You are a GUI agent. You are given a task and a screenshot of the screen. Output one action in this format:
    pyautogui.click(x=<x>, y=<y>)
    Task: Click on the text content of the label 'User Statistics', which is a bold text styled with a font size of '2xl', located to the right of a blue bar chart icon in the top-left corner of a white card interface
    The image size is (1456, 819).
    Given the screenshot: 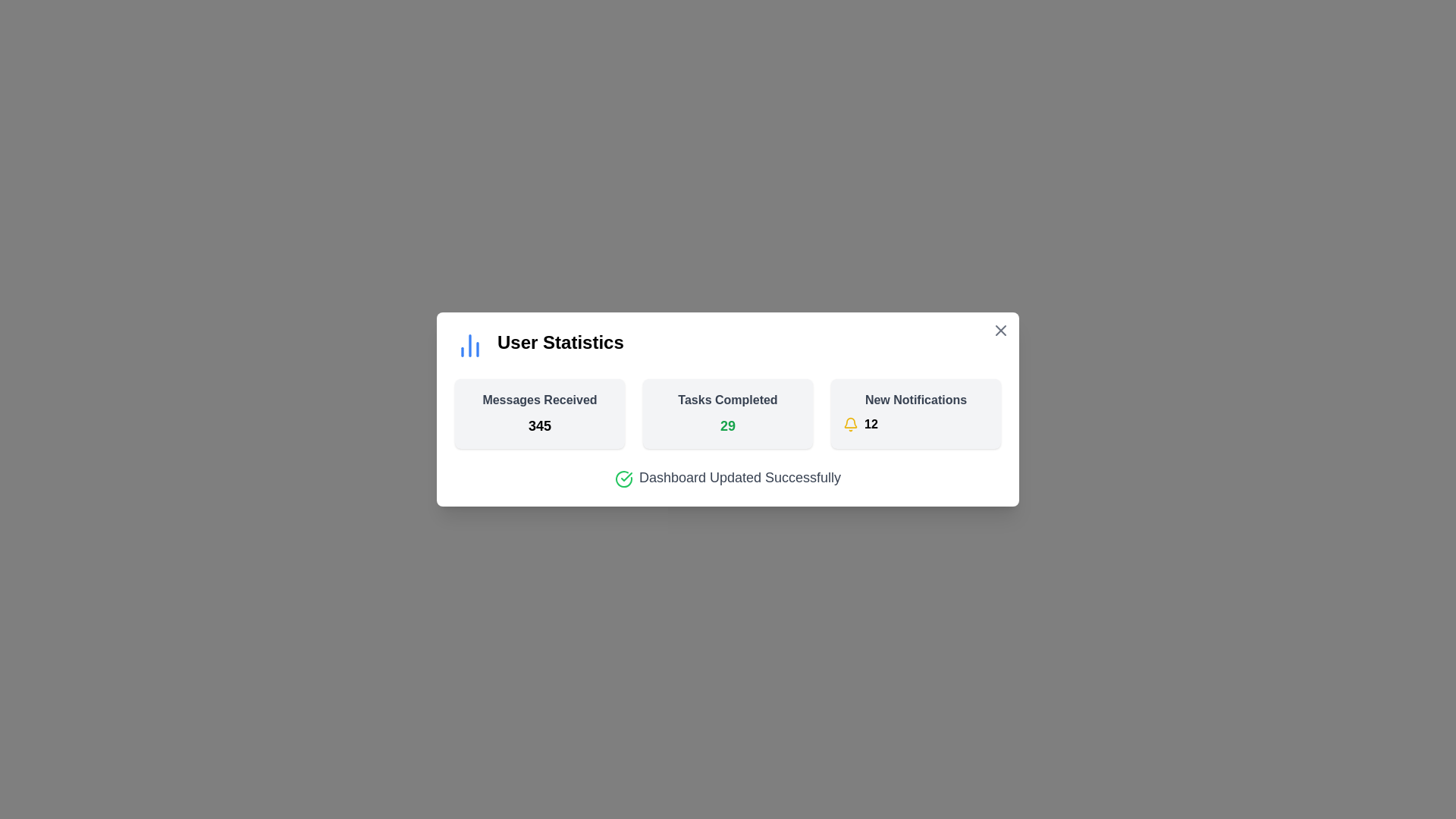 What is the action you would take?
    pyautogui.click(x=560, y=345)
    